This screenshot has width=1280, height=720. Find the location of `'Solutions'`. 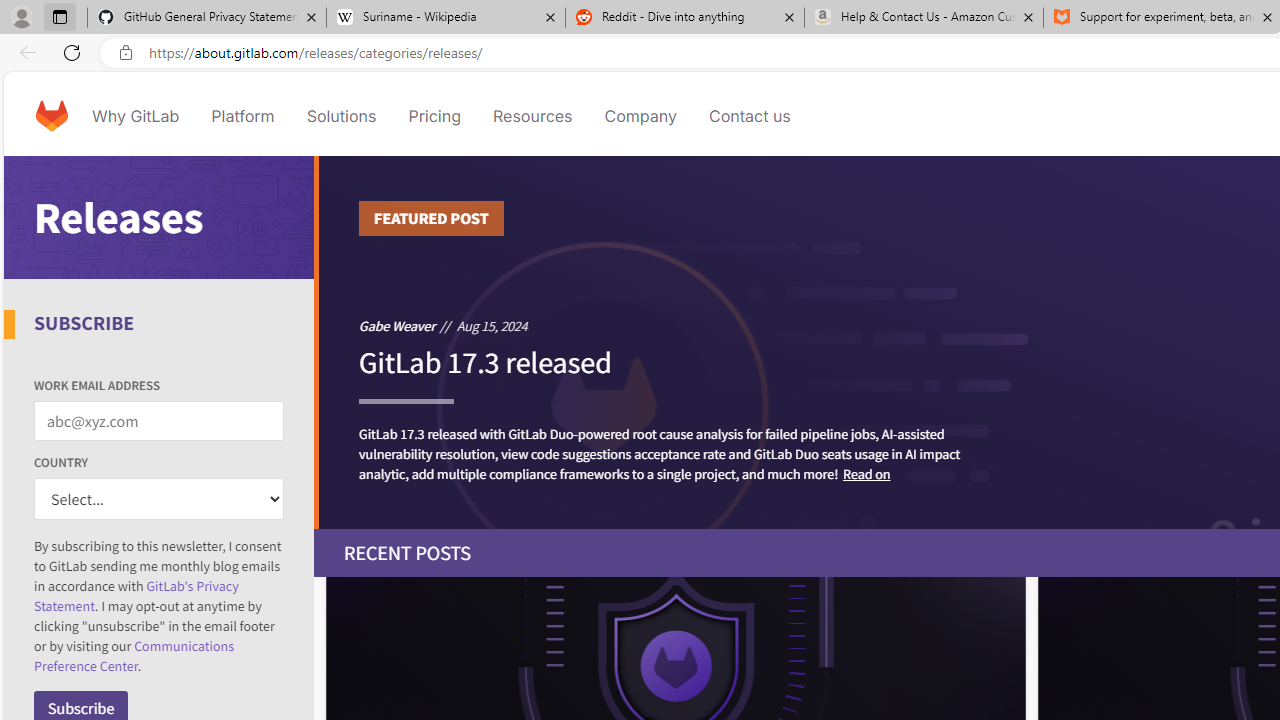

'Solutions' is located at coordinates (341, 115).